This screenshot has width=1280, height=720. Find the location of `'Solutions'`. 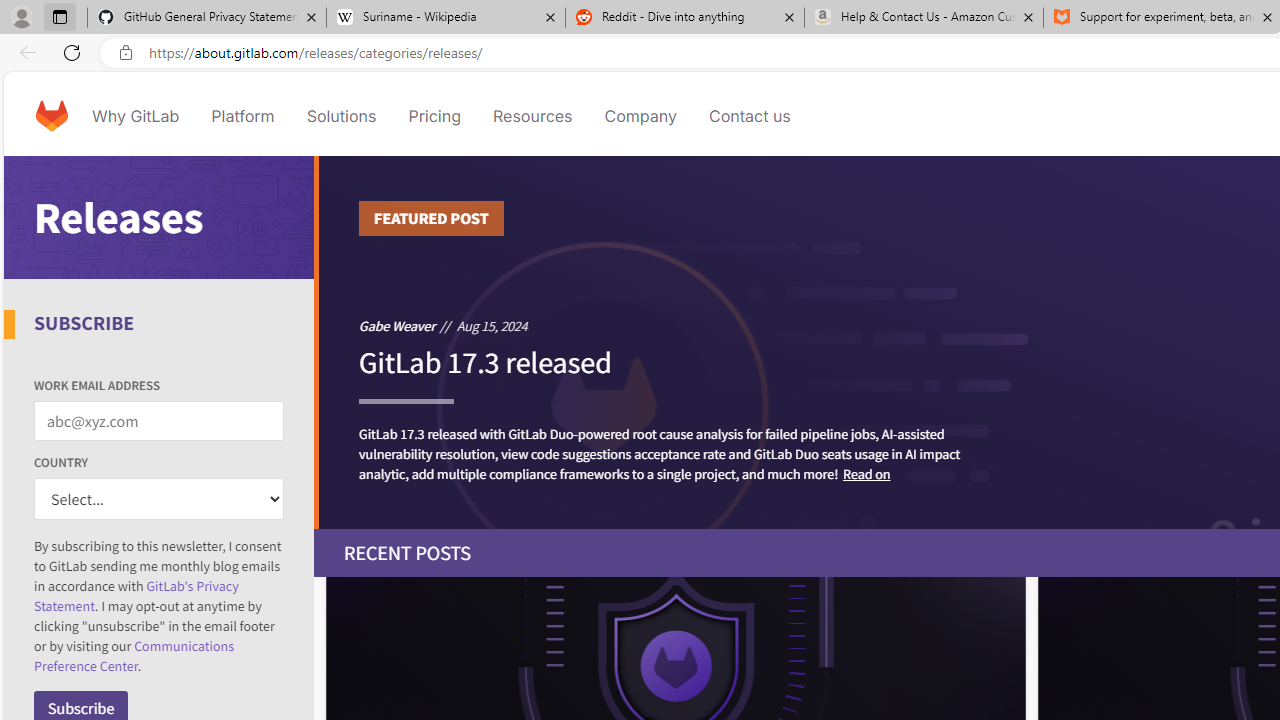

'Solutions' is located at coordinates (341, 115).